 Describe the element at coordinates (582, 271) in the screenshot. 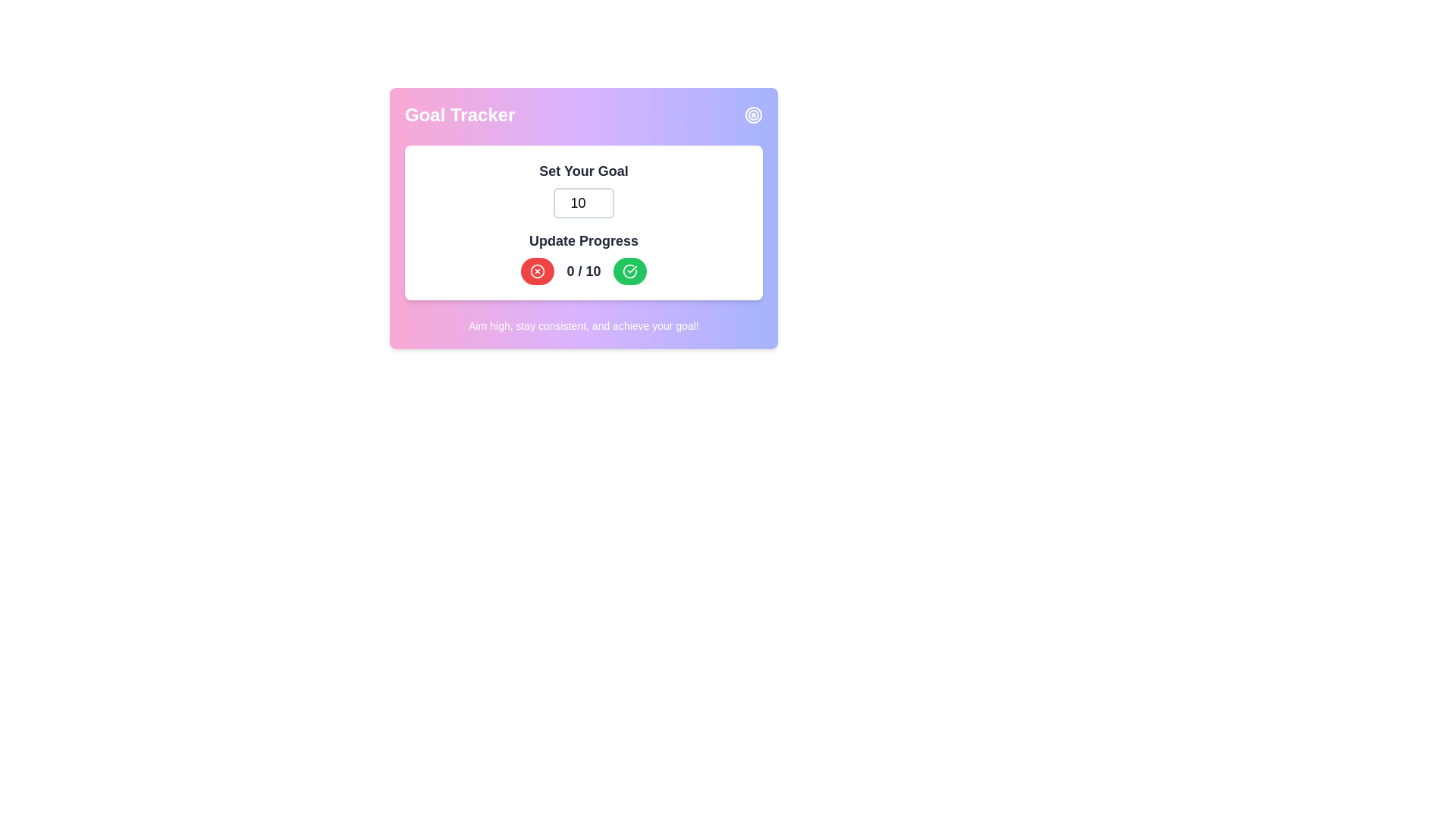

I see `the progress text display located in the 'Update Progress' section, which visually represents the current number achieved versus the total target value` at that location.